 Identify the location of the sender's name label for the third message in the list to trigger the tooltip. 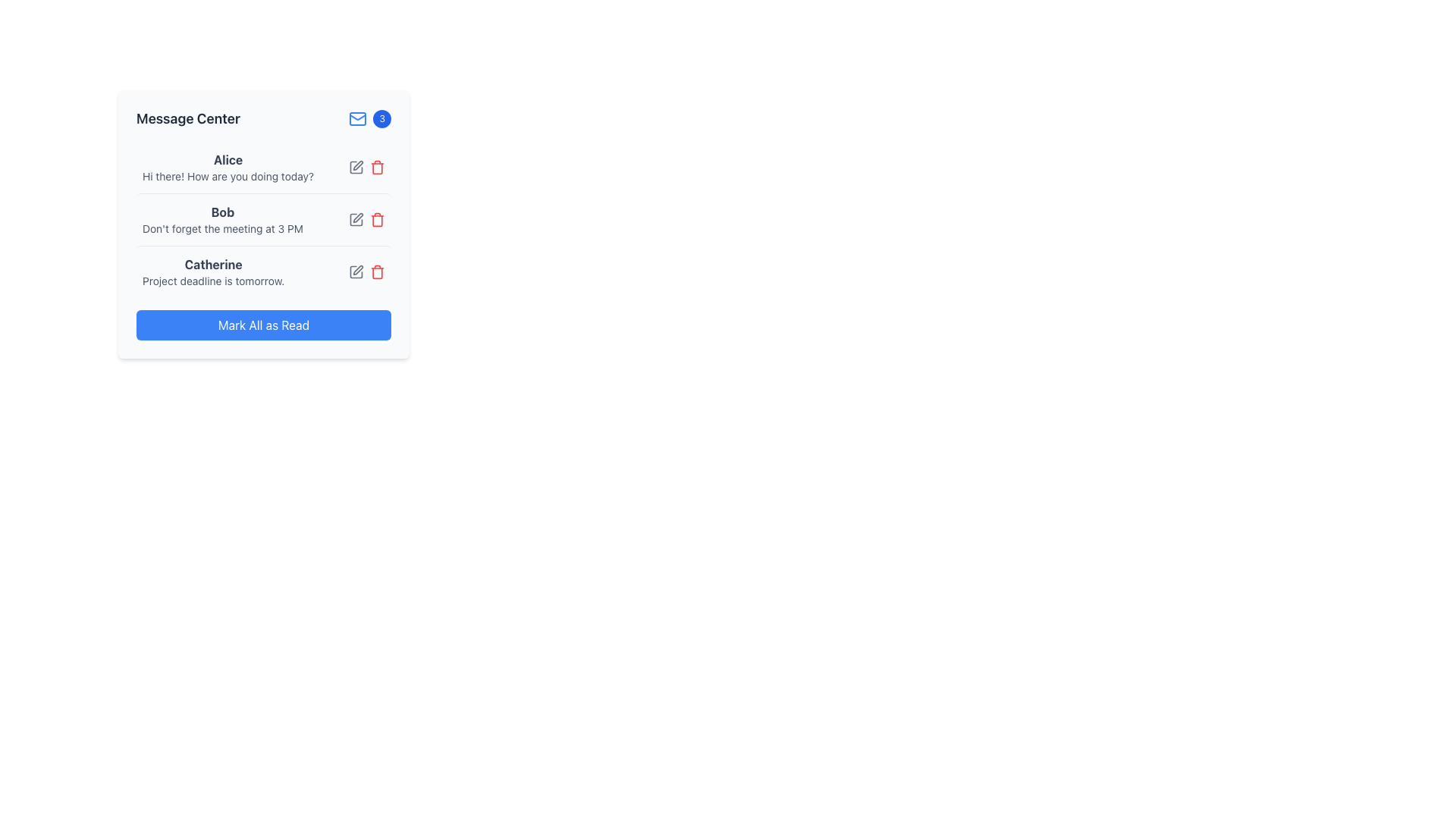
(212, 263).